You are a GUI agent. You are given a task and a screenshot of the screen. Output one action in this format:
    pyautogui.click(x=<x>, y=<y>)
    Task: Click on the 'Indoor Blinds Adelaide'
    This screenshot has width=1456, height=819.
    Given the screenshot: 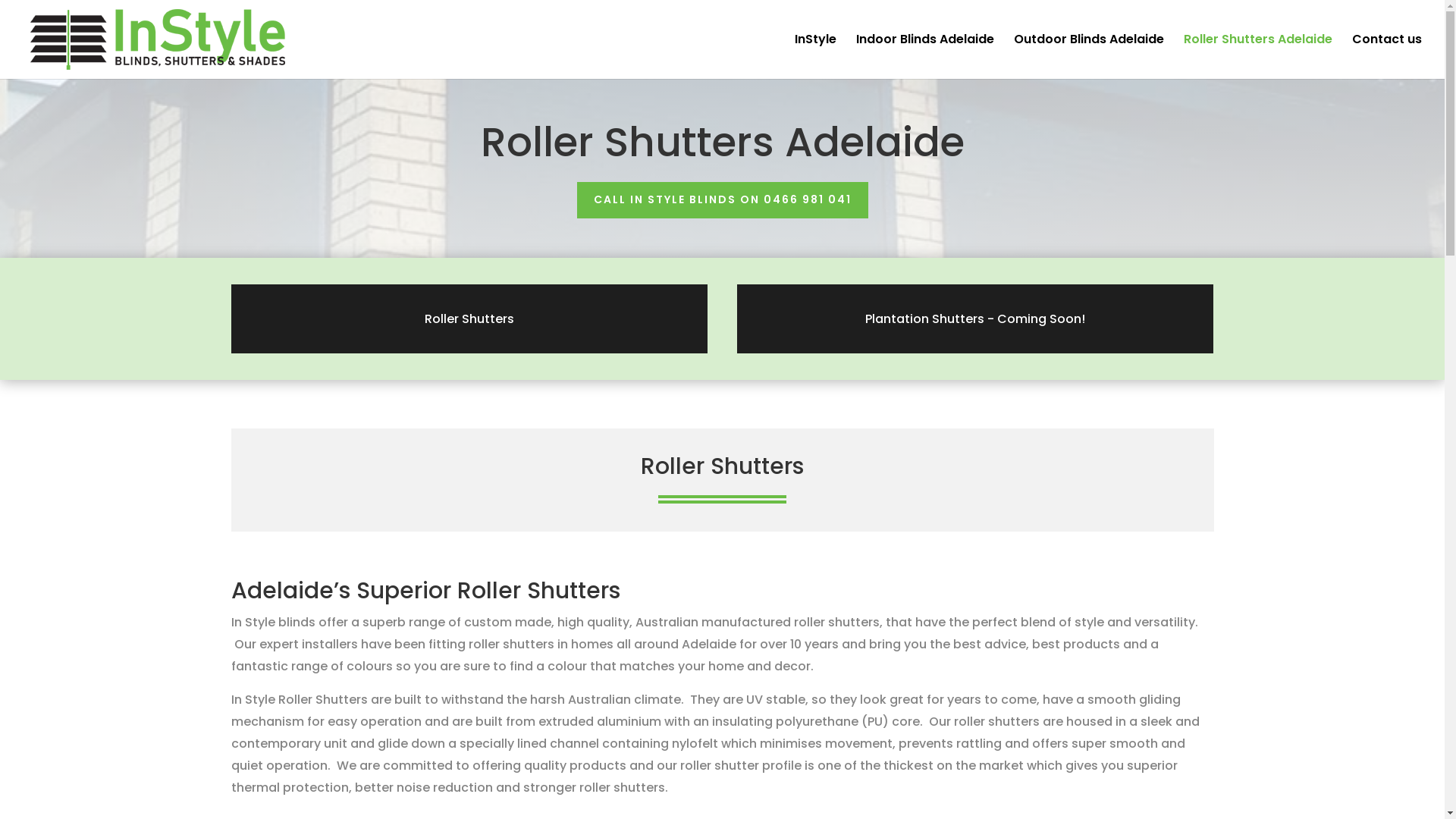 What is the action you would take?
    pyautogui.click(x=924, y=55)
    